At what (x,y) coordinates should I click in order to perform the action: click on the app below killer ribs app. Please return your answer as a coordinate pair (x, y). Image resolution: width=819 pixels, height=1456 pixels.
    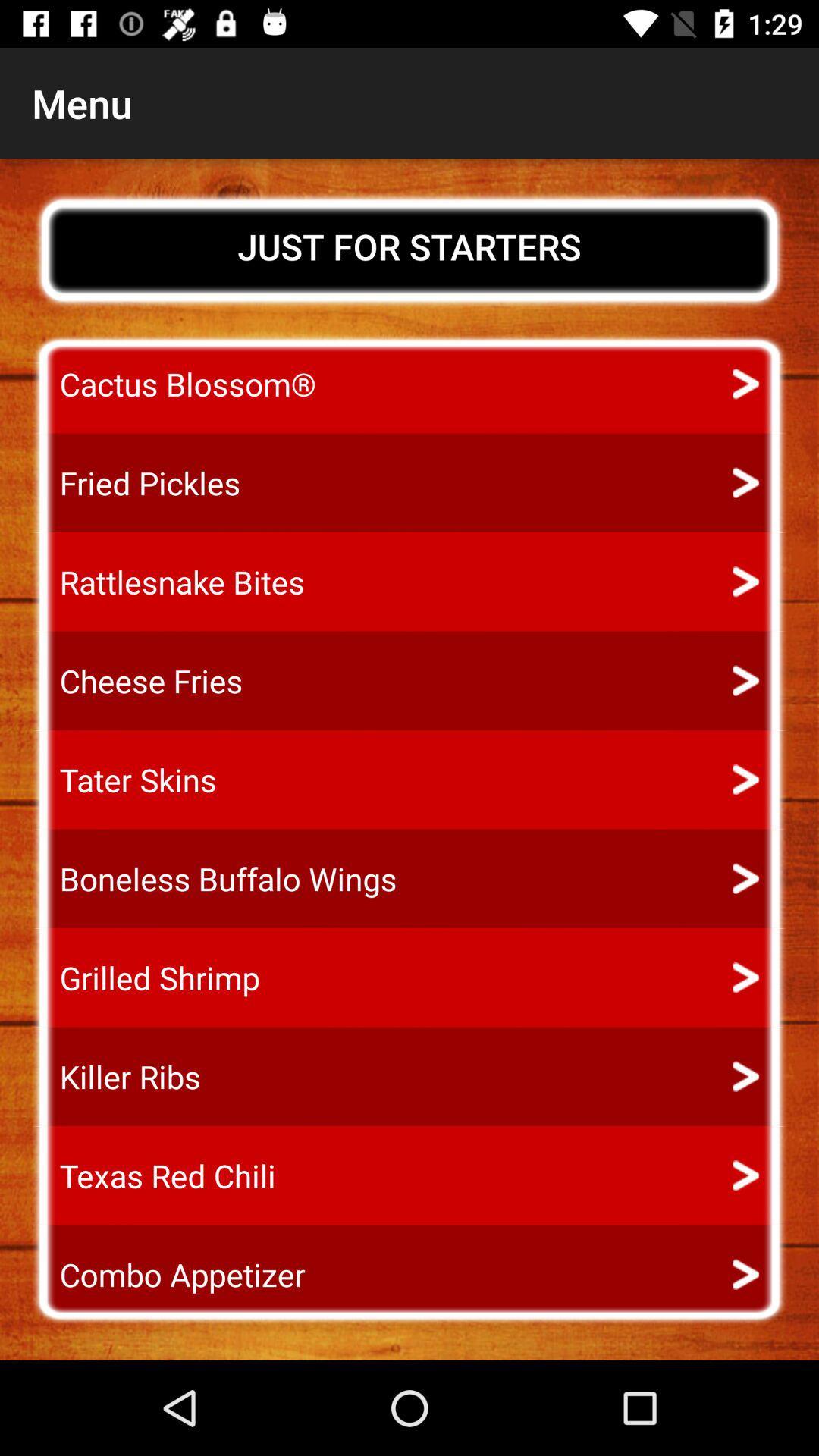
    Looking at the image, I should click on (153, 1175).